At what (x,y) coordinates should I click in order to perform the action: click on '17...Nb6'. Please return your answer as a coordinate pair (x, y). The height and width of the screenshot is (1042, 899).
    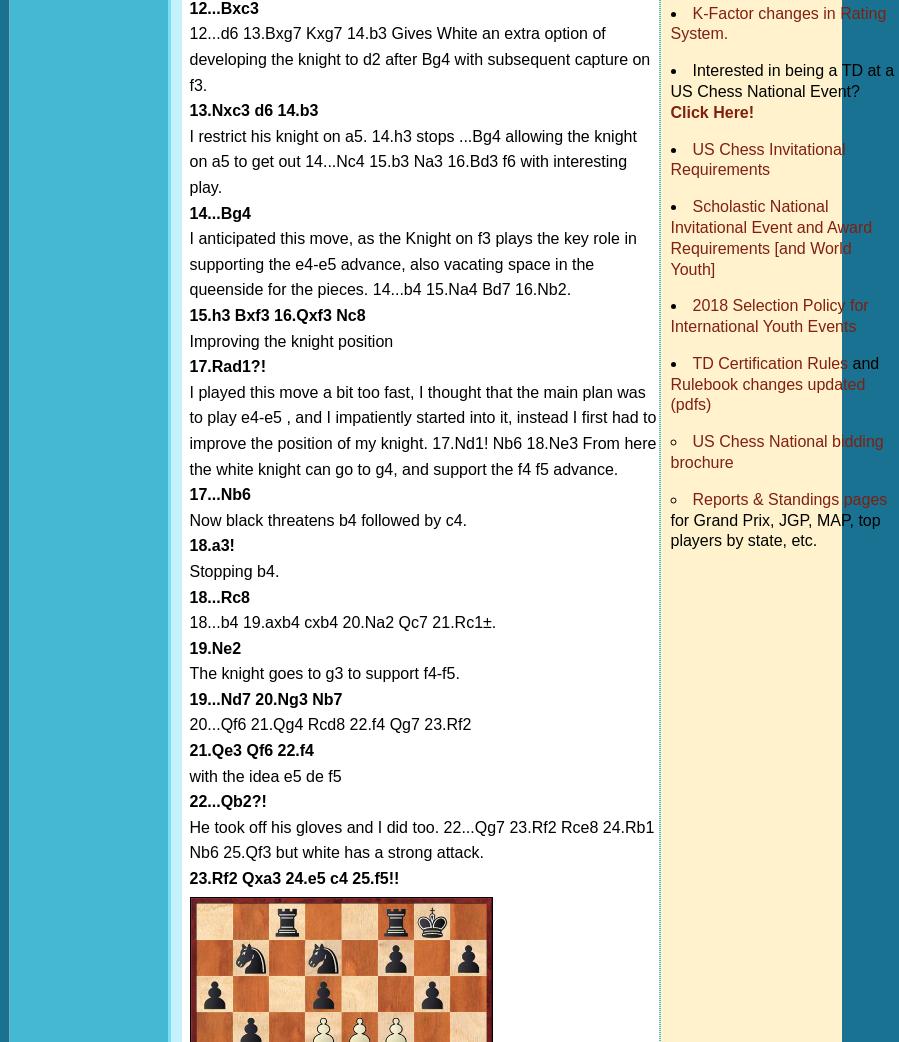
    Looking at the image, I should click on (219, 494).